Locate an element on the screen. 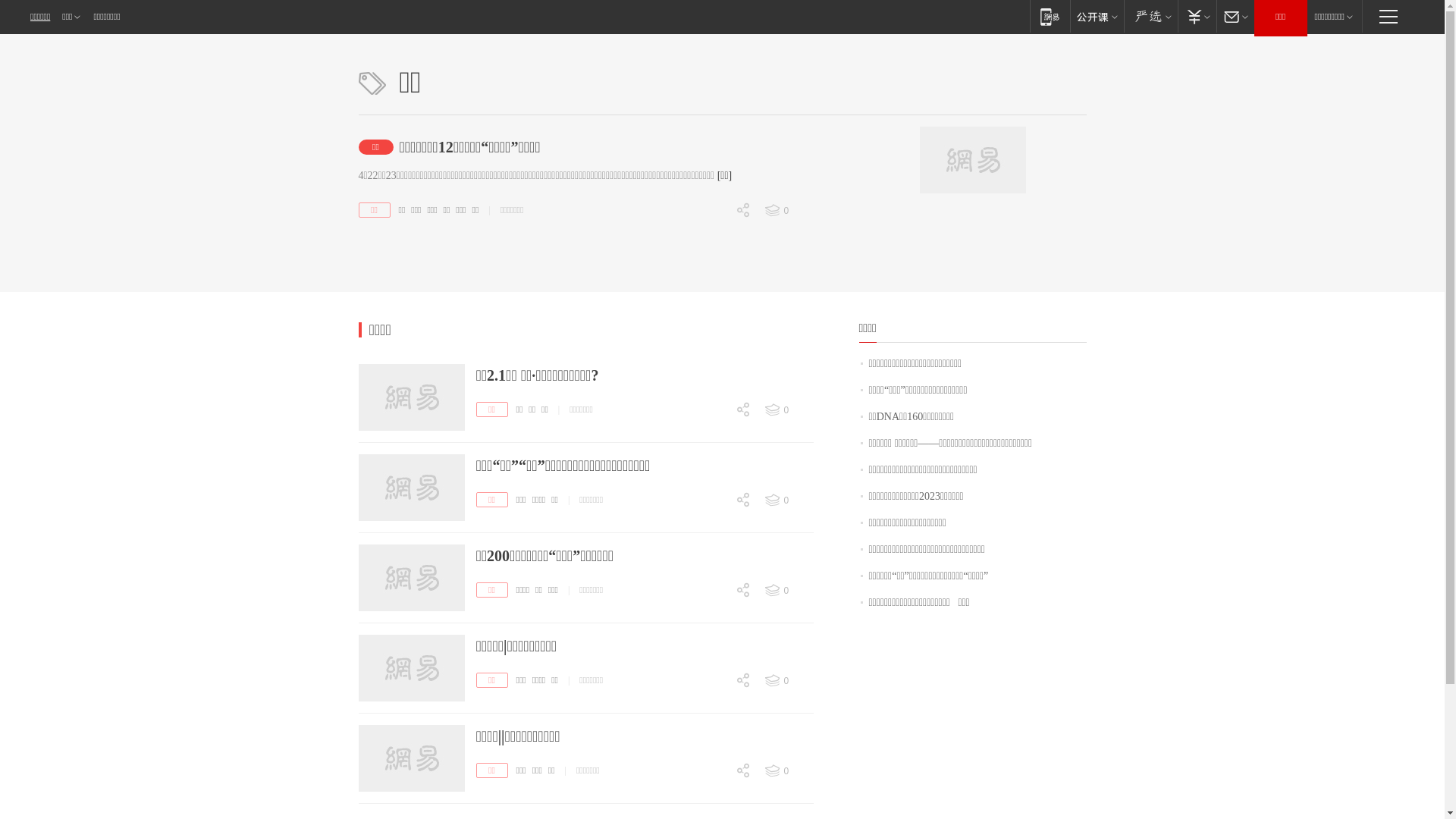 The height and width of the screenshot is (819, 1456). '0' is located at coordinates (787, 210).